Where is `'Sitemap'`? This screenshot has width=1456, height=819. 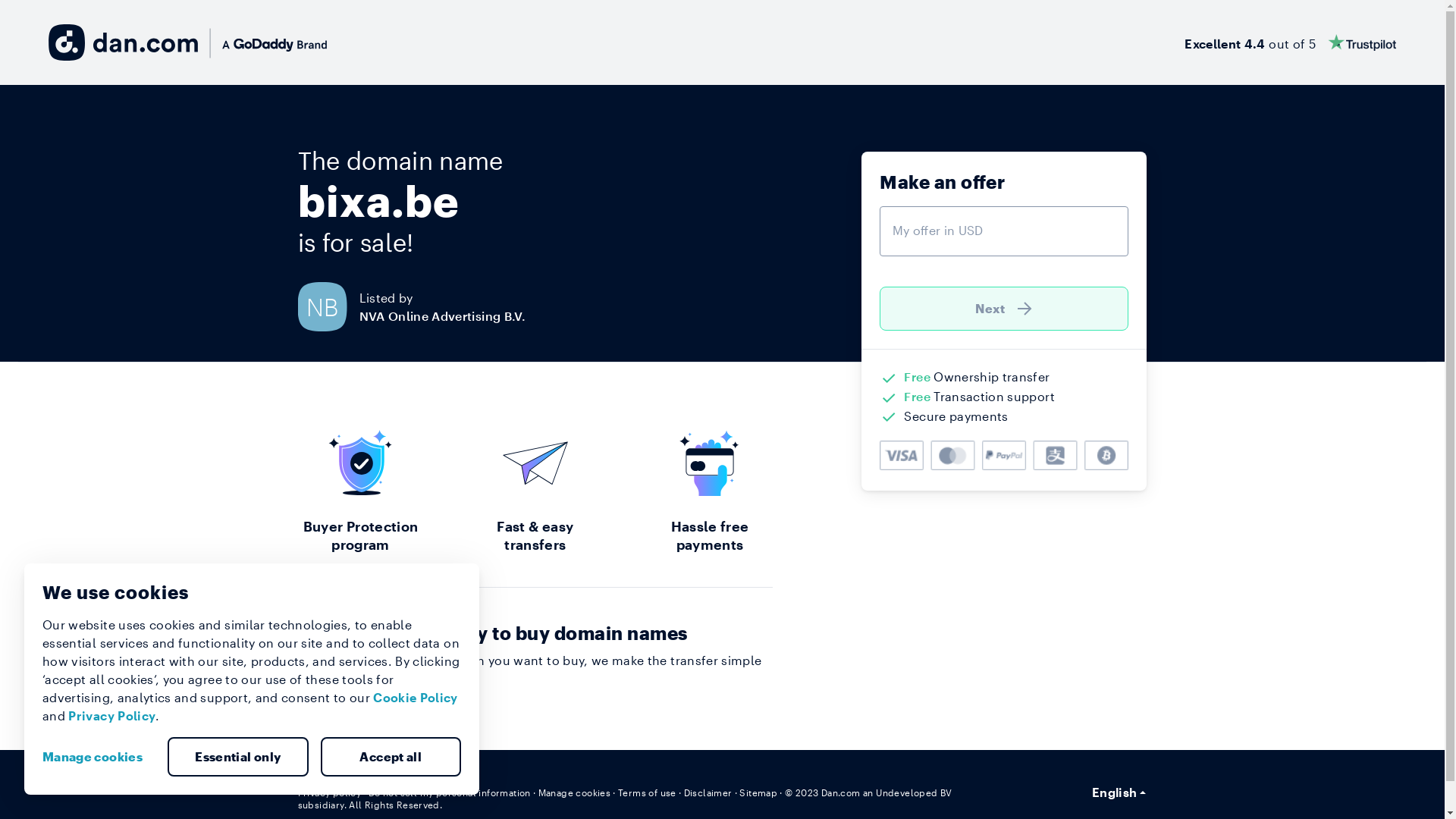
'Sitemap' is located at coordinates (739, 792).